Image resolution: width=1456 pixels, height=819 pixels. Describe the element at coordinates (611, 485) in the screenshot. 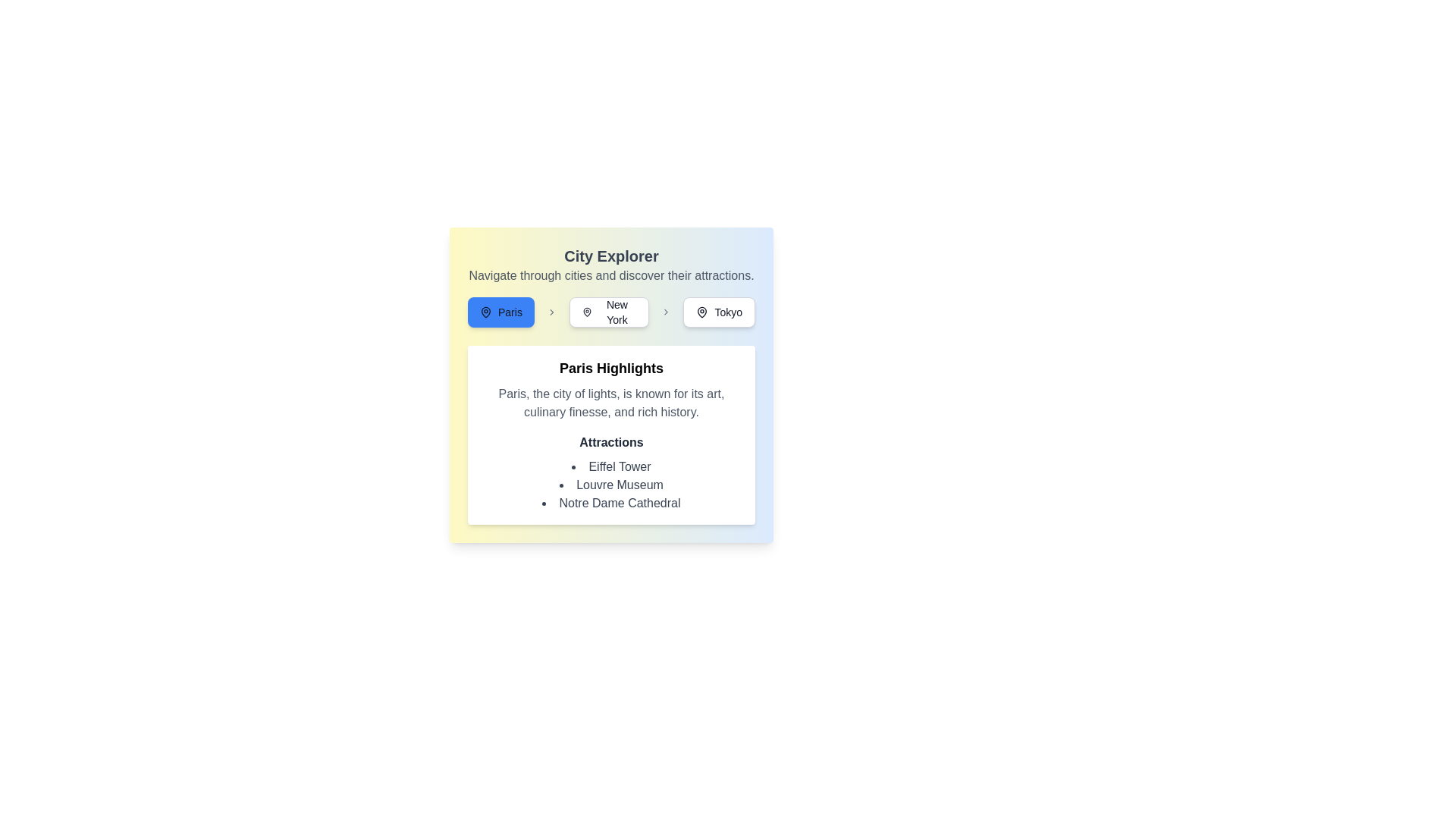

I see `the text element displaying 'Louvre Museum', which is the second item in the attractions list` at that location.